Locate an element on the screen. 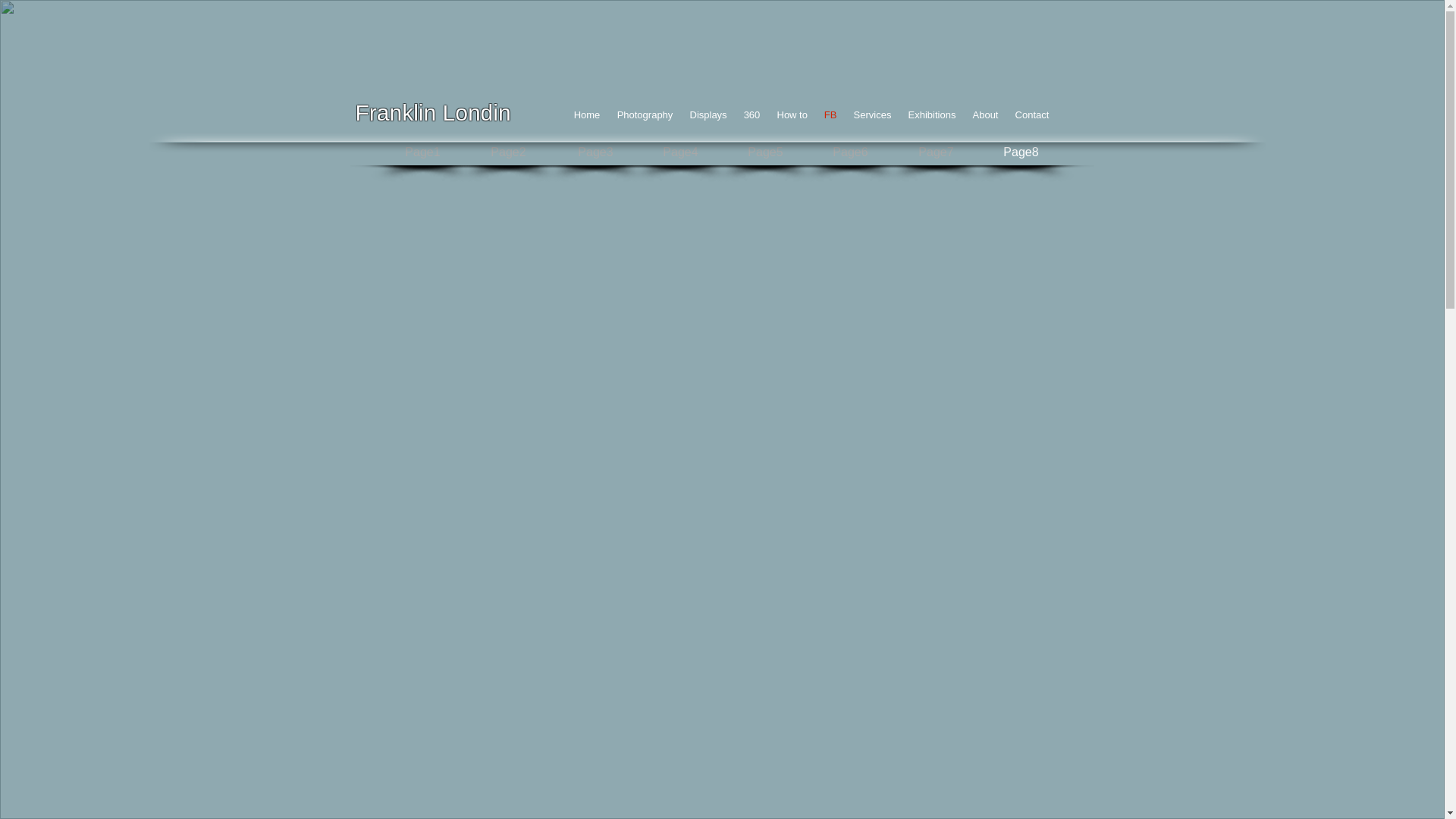 The image size is (1456, 819). 'Page1' is located at coordinates (422, 152).